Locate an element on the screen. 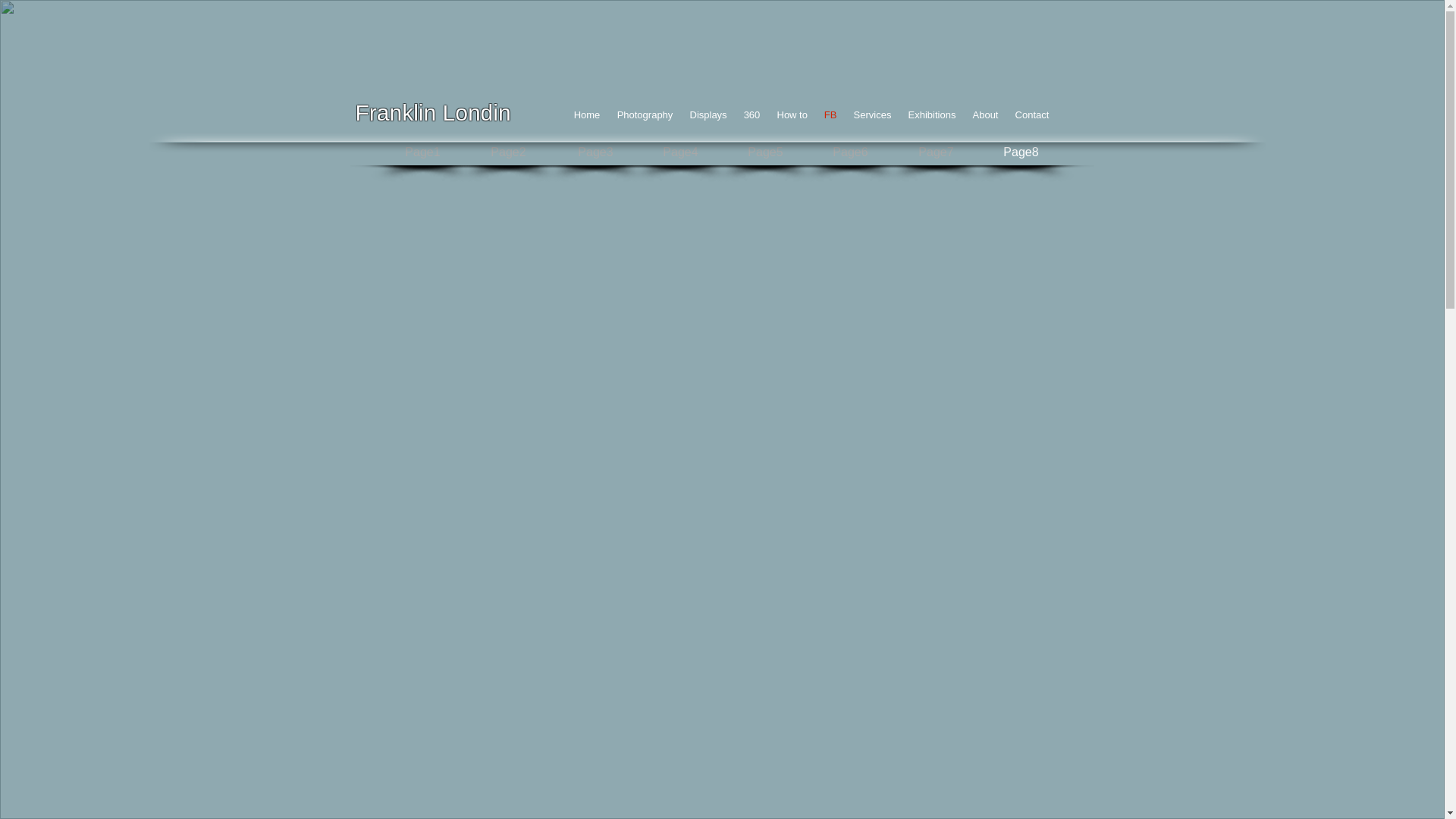 The image size is (1456, 819). 'Page1' is located at coordinates (422, 152).